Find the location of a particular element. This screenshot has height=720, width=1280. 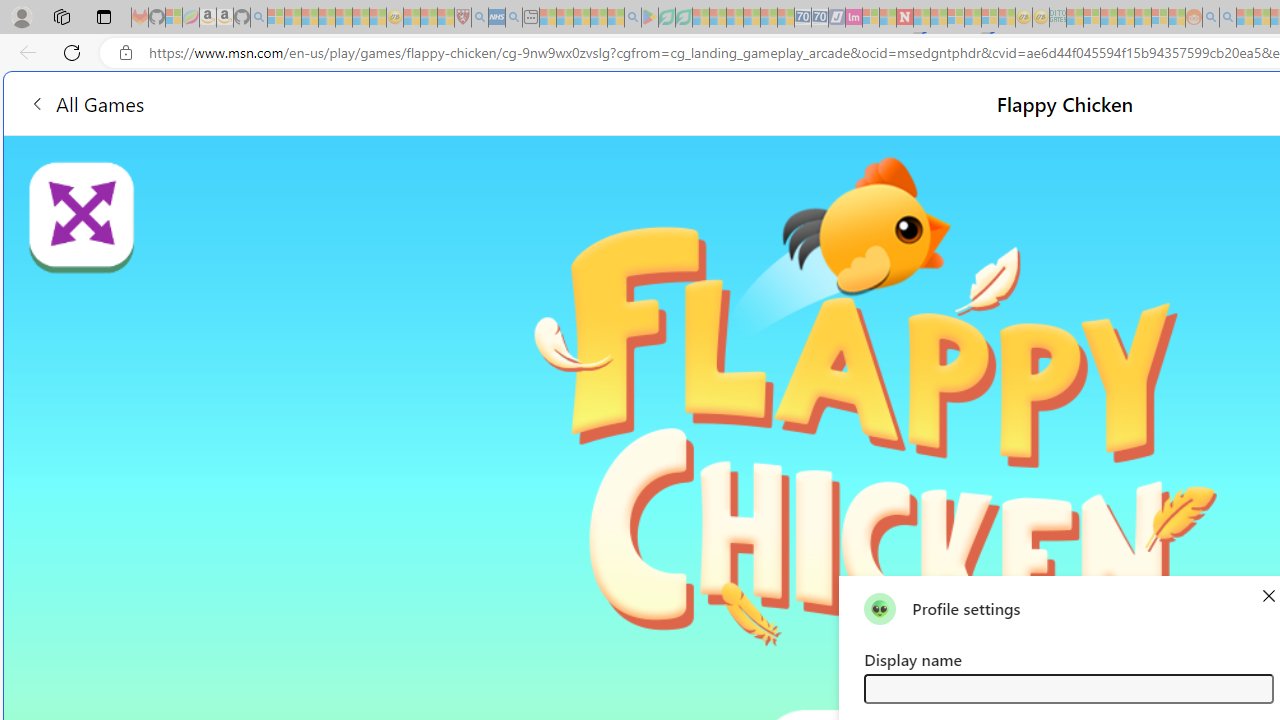

'All Games' is located at coordinates (85, 103).